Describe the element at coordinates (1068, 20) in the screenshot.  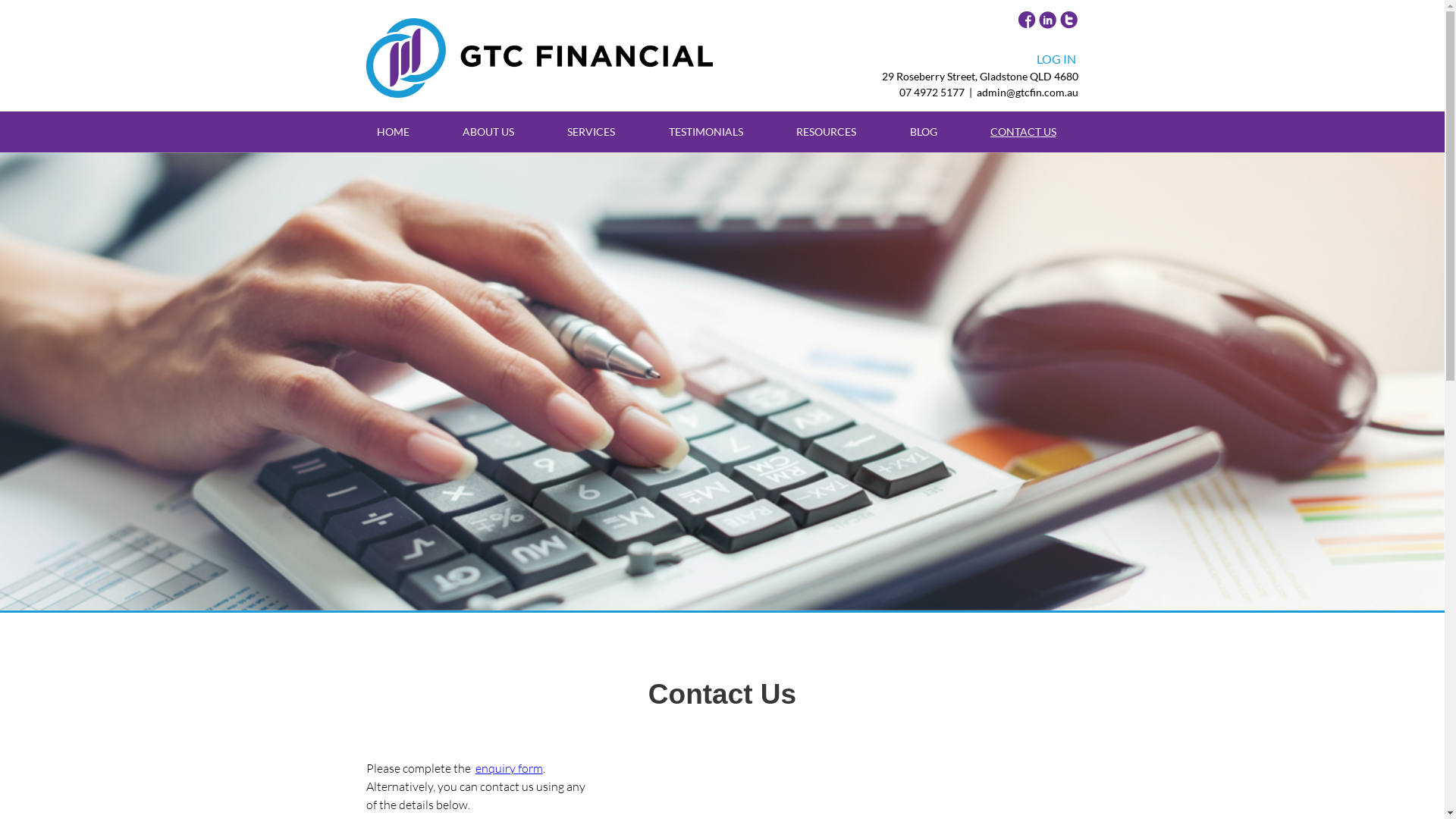
I see `'GTC Twitter Page'` at that location.